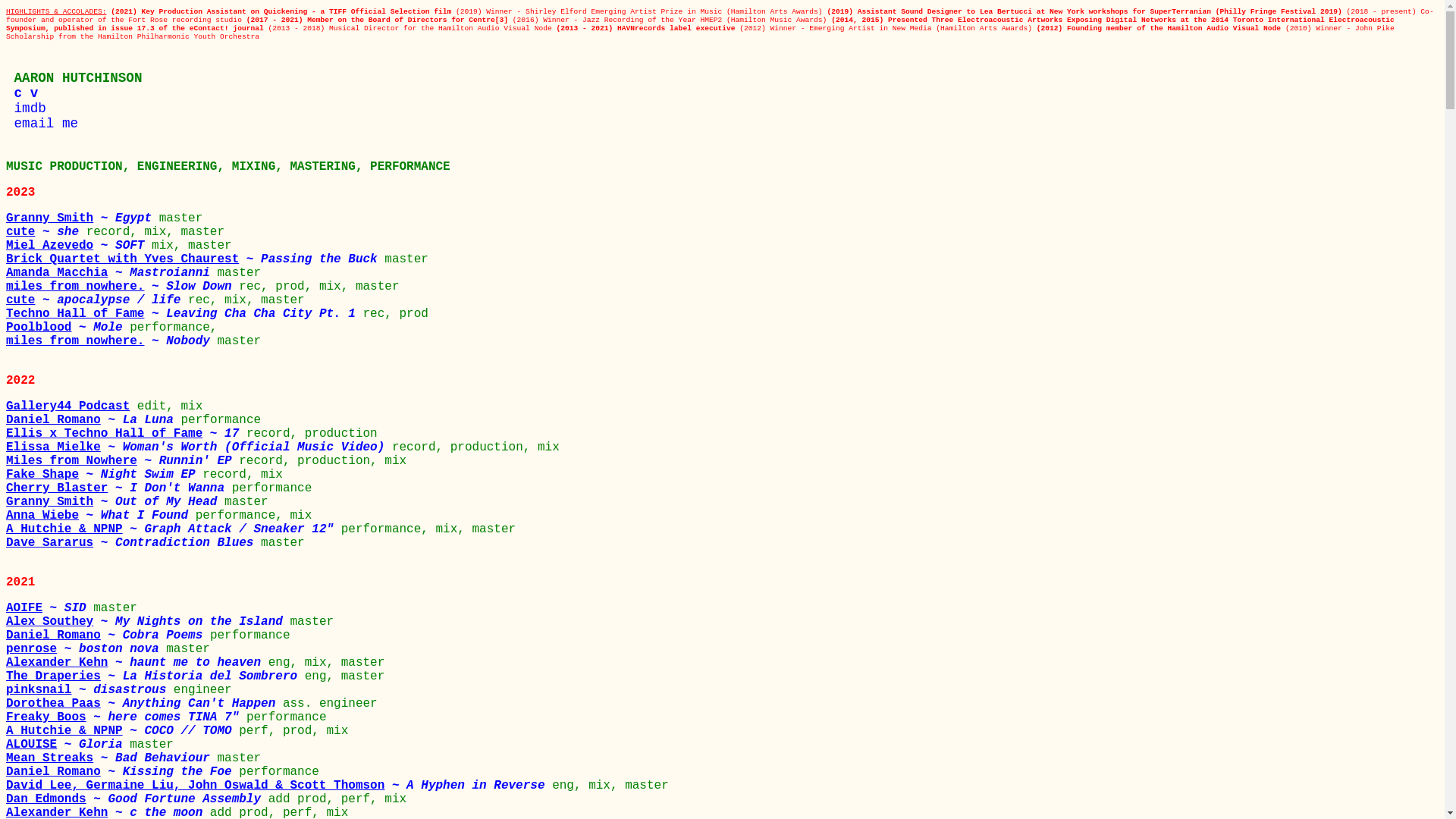  I want to click on 'miles from nowhere. ~ Nobody', so click(111, 341).